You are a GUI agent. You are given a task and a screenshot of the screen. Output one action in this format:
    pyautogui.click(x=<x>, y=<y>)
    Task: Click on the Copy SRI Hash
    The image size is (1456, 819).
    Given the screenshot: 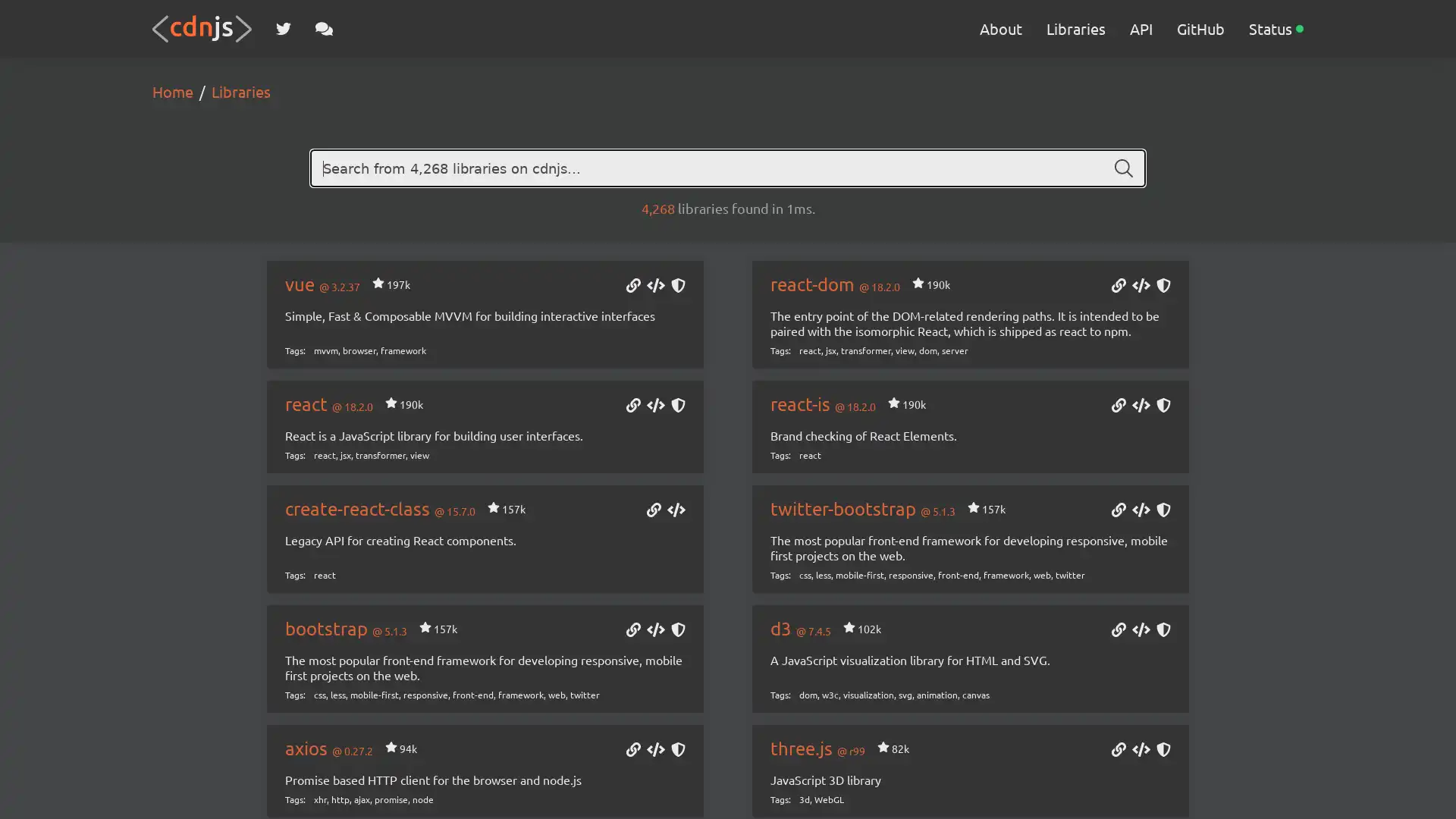 What is the action you would take?
    pyautogui.click(x=1163, y=406)
    